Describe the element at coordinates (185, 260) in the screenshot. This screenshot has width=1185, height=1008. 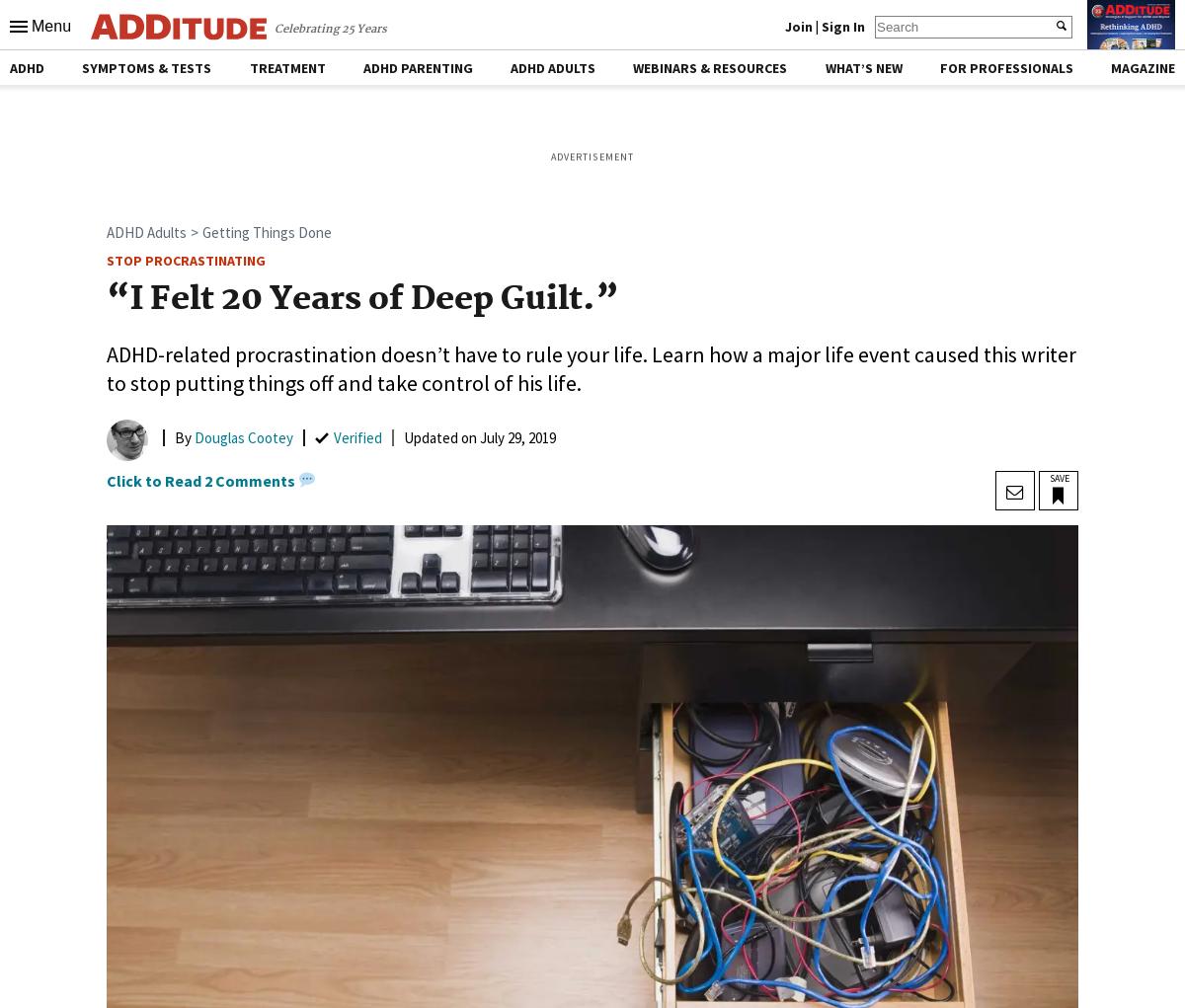
I see `'Stop Procrastinating'` at that location.